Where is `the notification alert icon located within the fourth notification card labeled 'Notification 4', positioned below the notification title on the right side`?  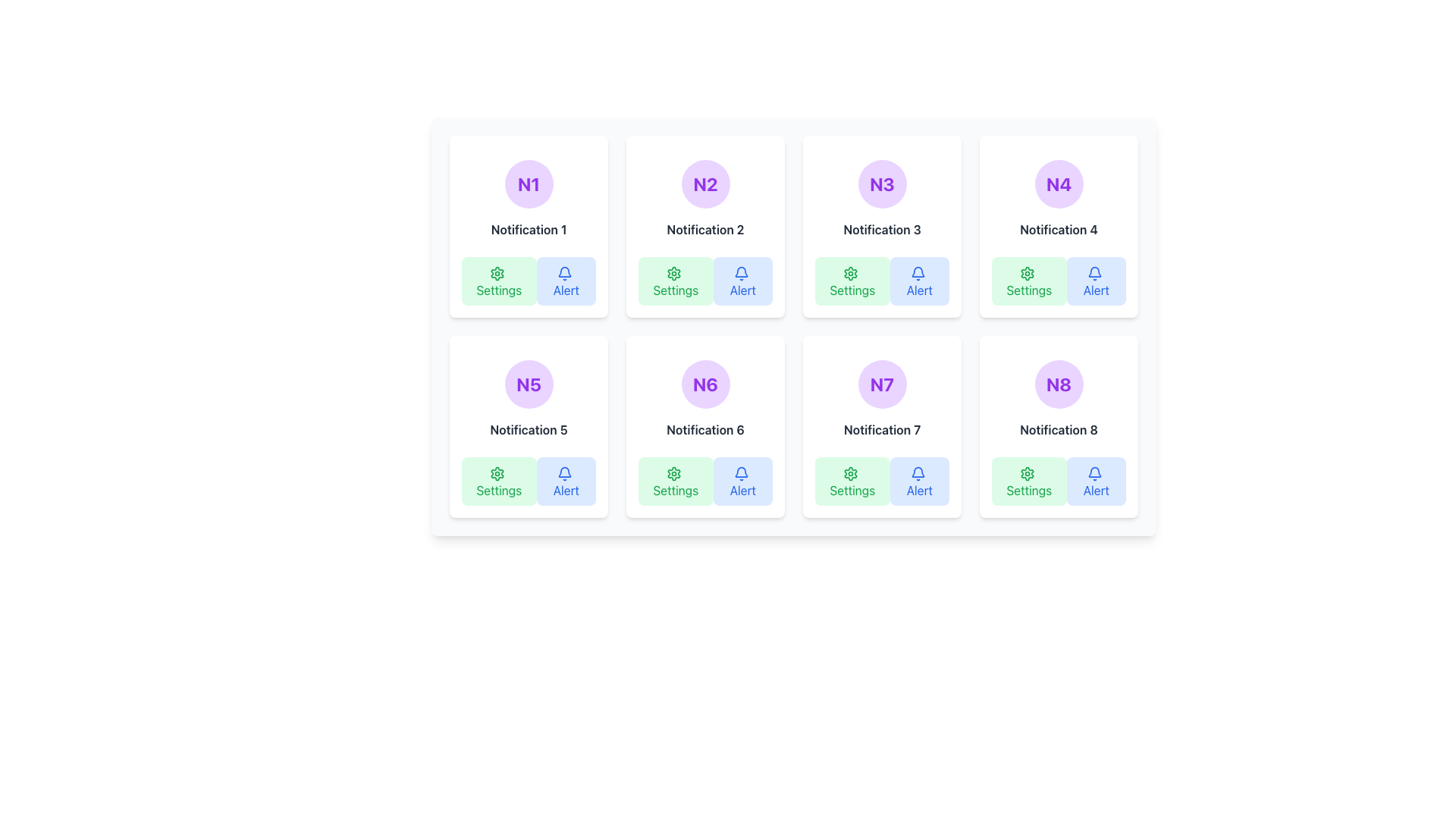 the notification alert icon located within the fourth notification card labeled 'Notification 4', positioned below the notification title on the right side is located at coordinates (1094, 271).